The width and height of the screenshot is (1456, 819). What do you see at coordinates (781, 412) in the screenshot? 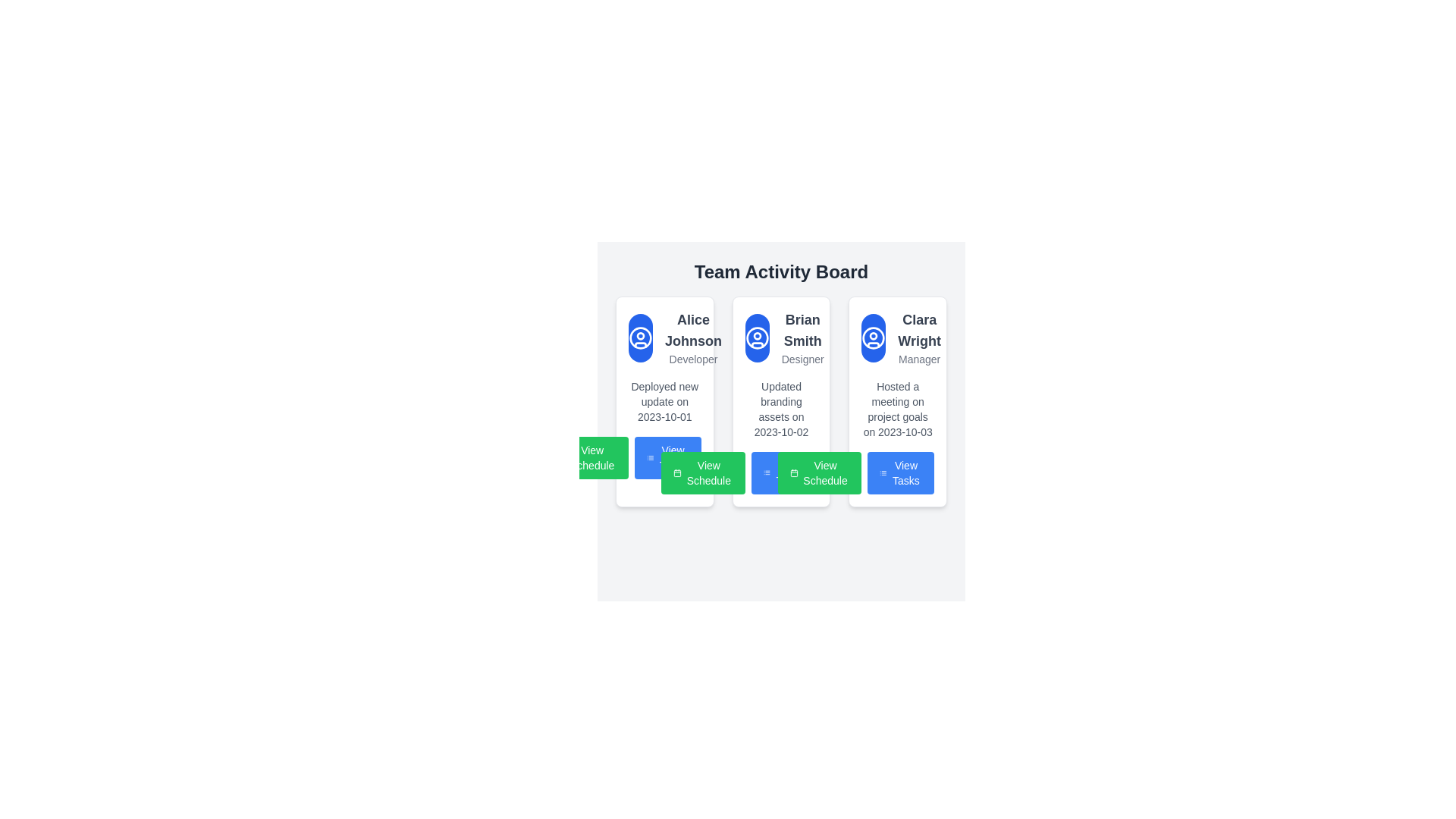
I see `an action button inside the Team Activity Board to interact with user activities` at bounding box center [781, 412].